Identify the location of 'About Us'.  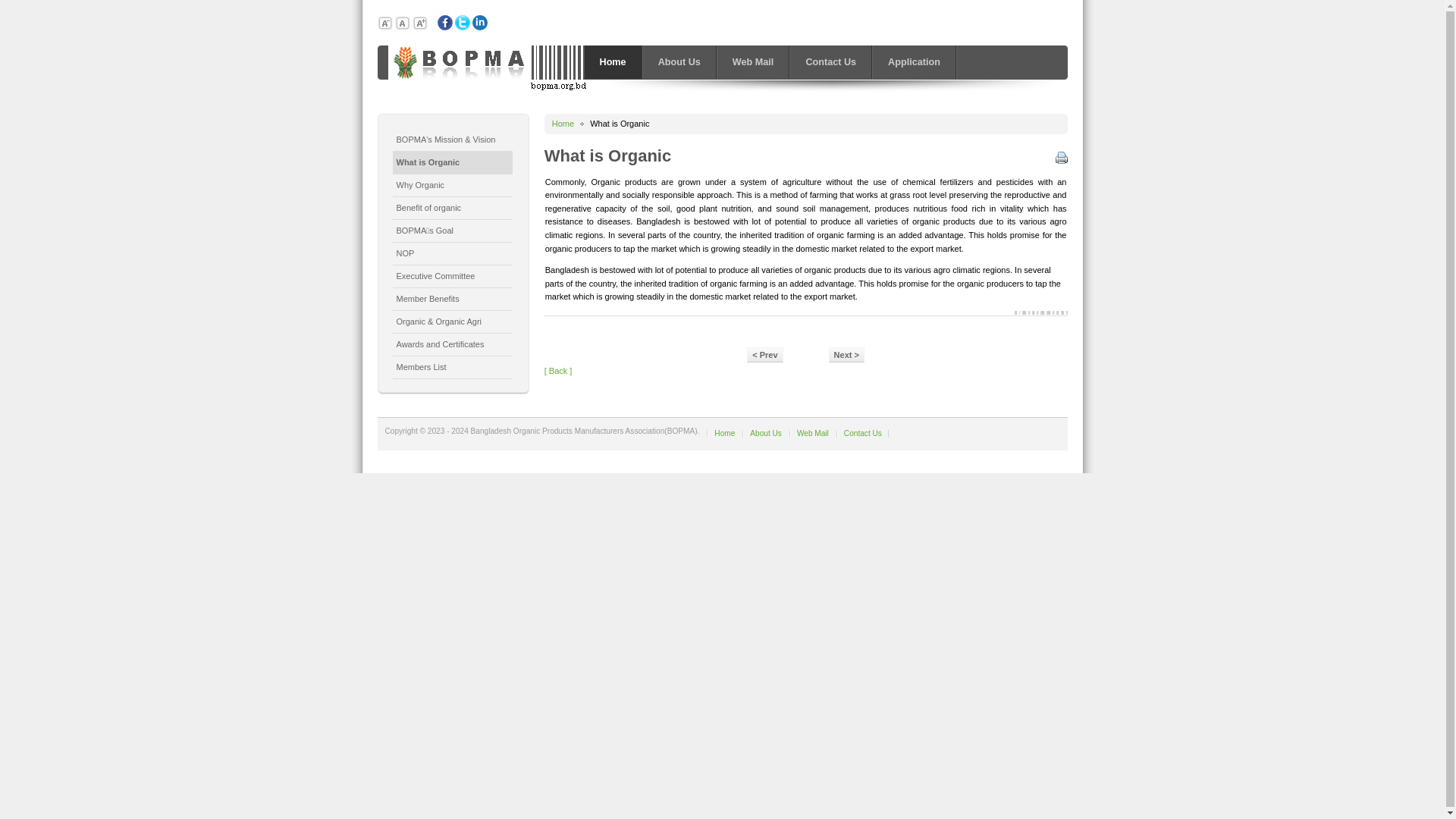
(679, 61).